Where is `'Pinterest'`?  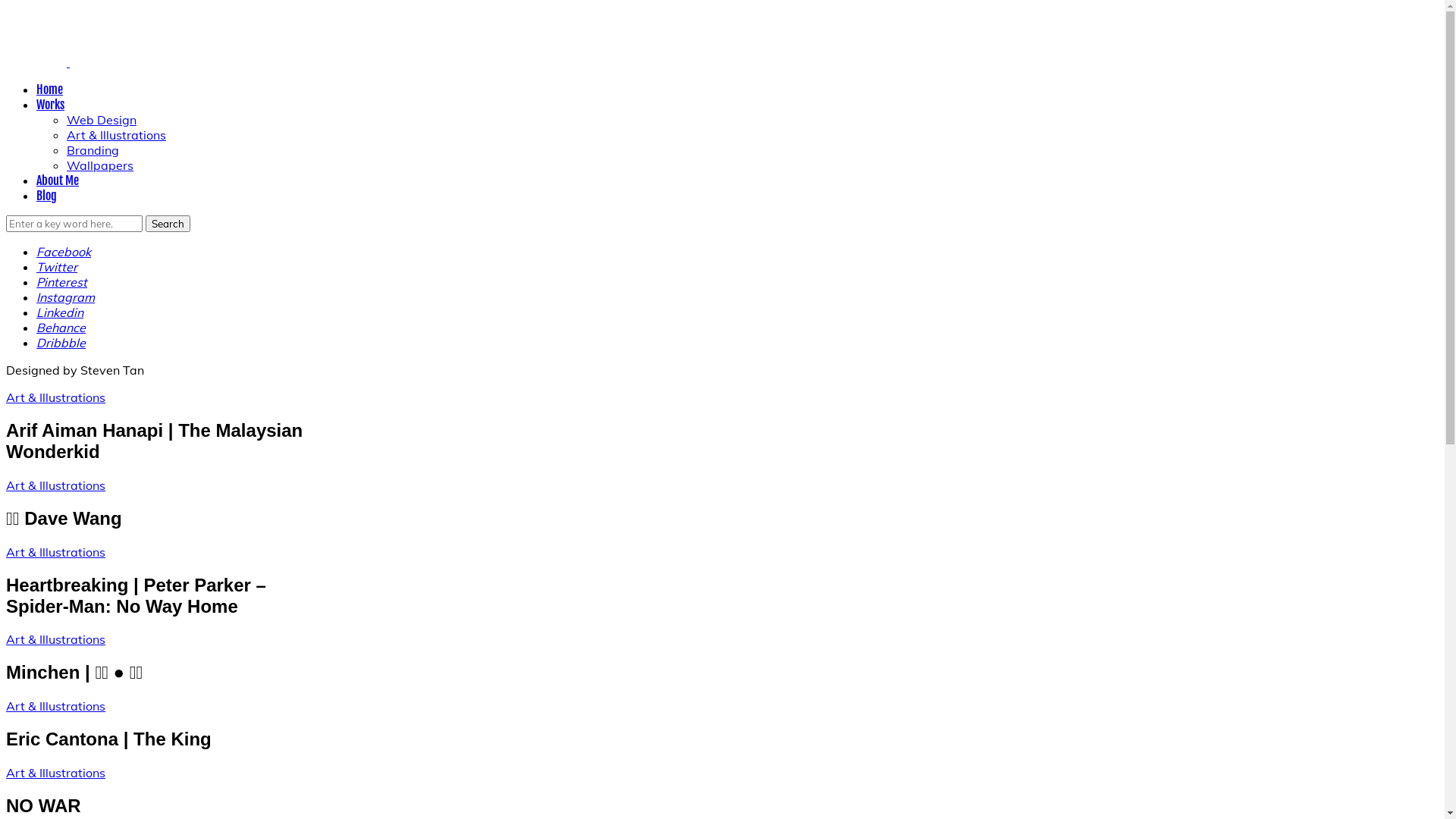
'Pinterest' is located at coordinates (61, 281).